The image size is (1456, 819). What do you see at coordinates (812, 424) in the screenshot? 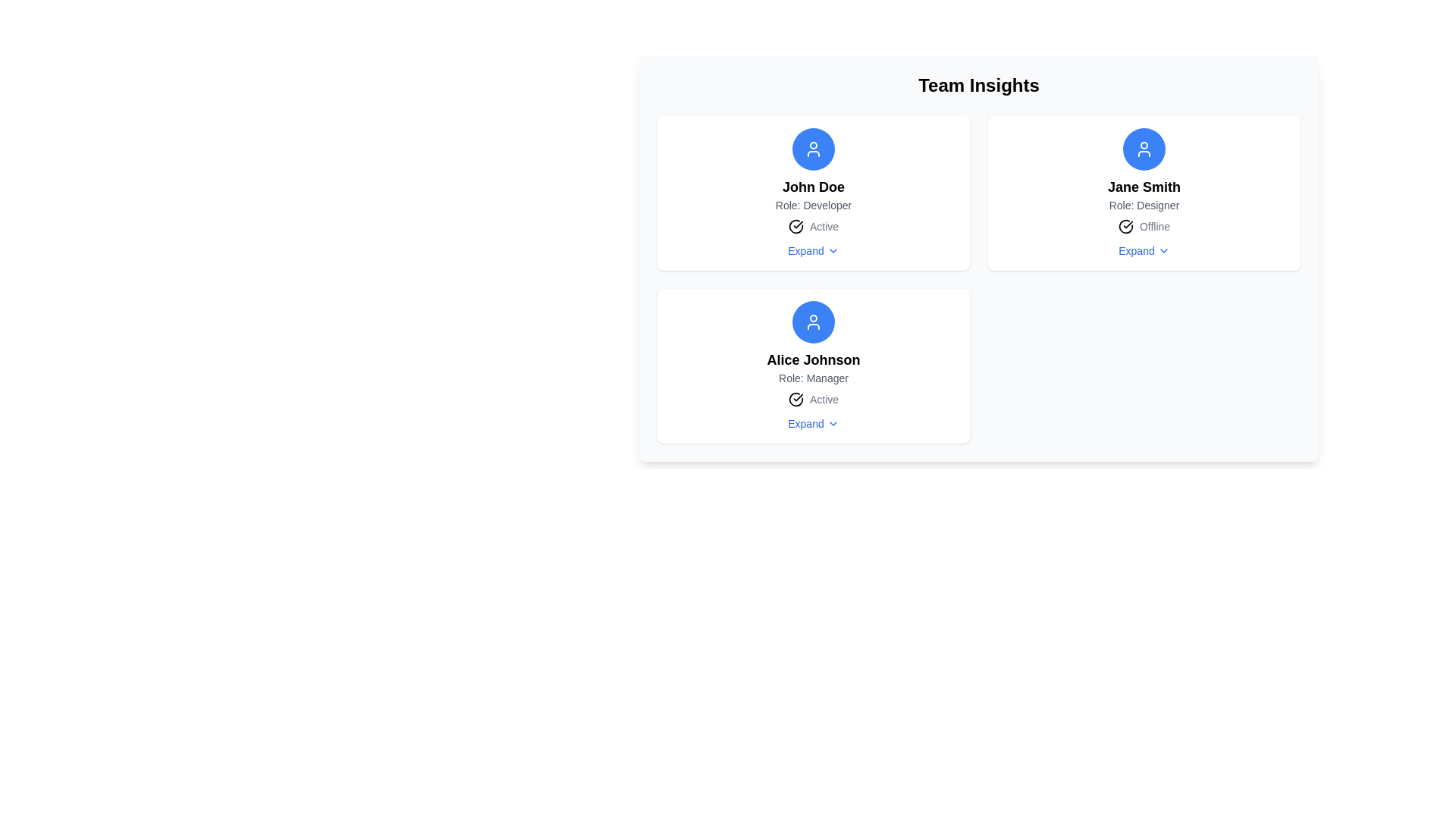
I see `the button at the bottom of the 'Alice Johnson' card` at bounding box center [812, 424].